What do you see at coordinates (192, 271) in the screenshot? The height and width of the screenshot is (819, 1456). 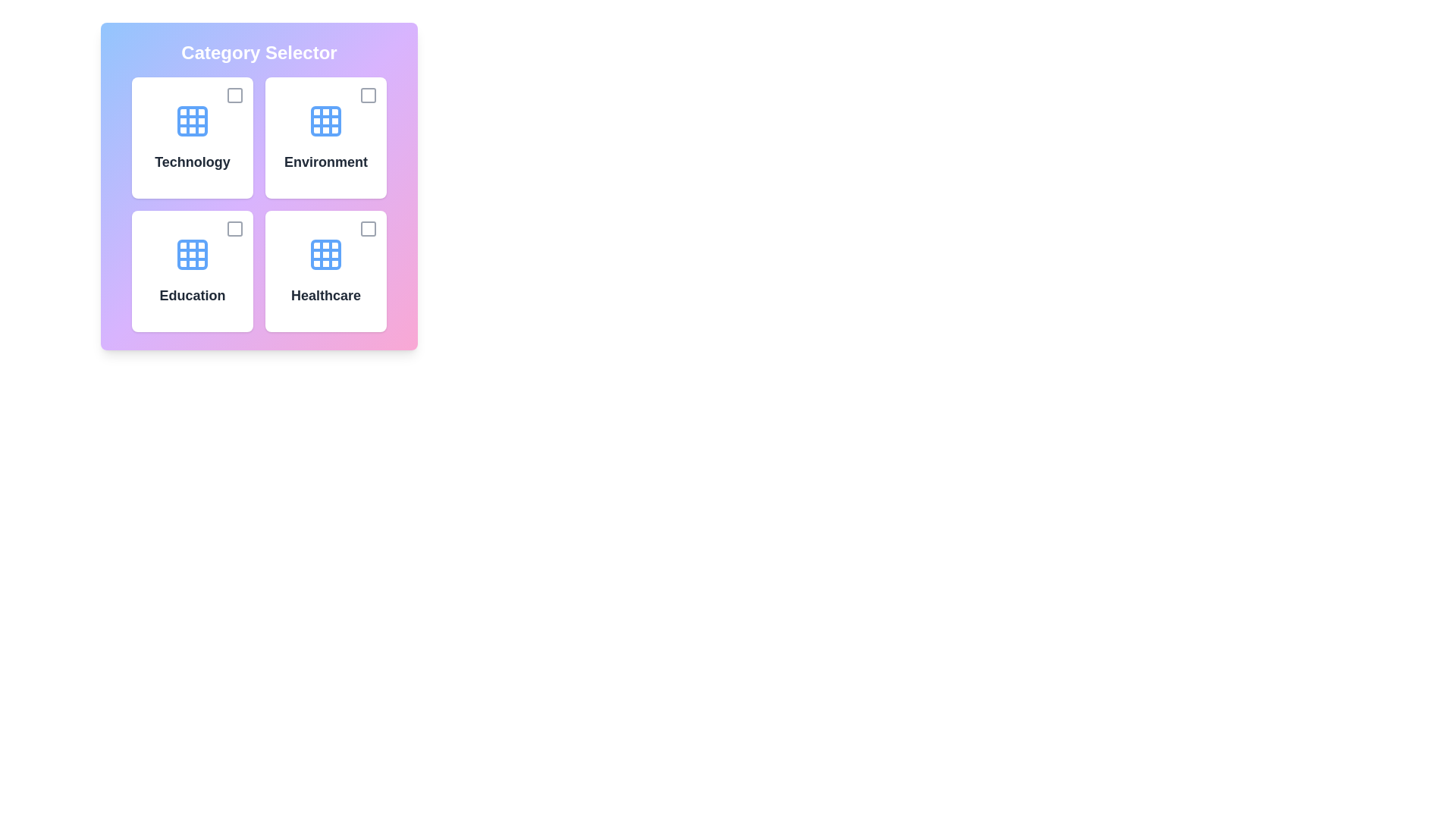 I see `the category card labeled 'Education' to observe the hover animation effect` at bounding box center [192, 271].